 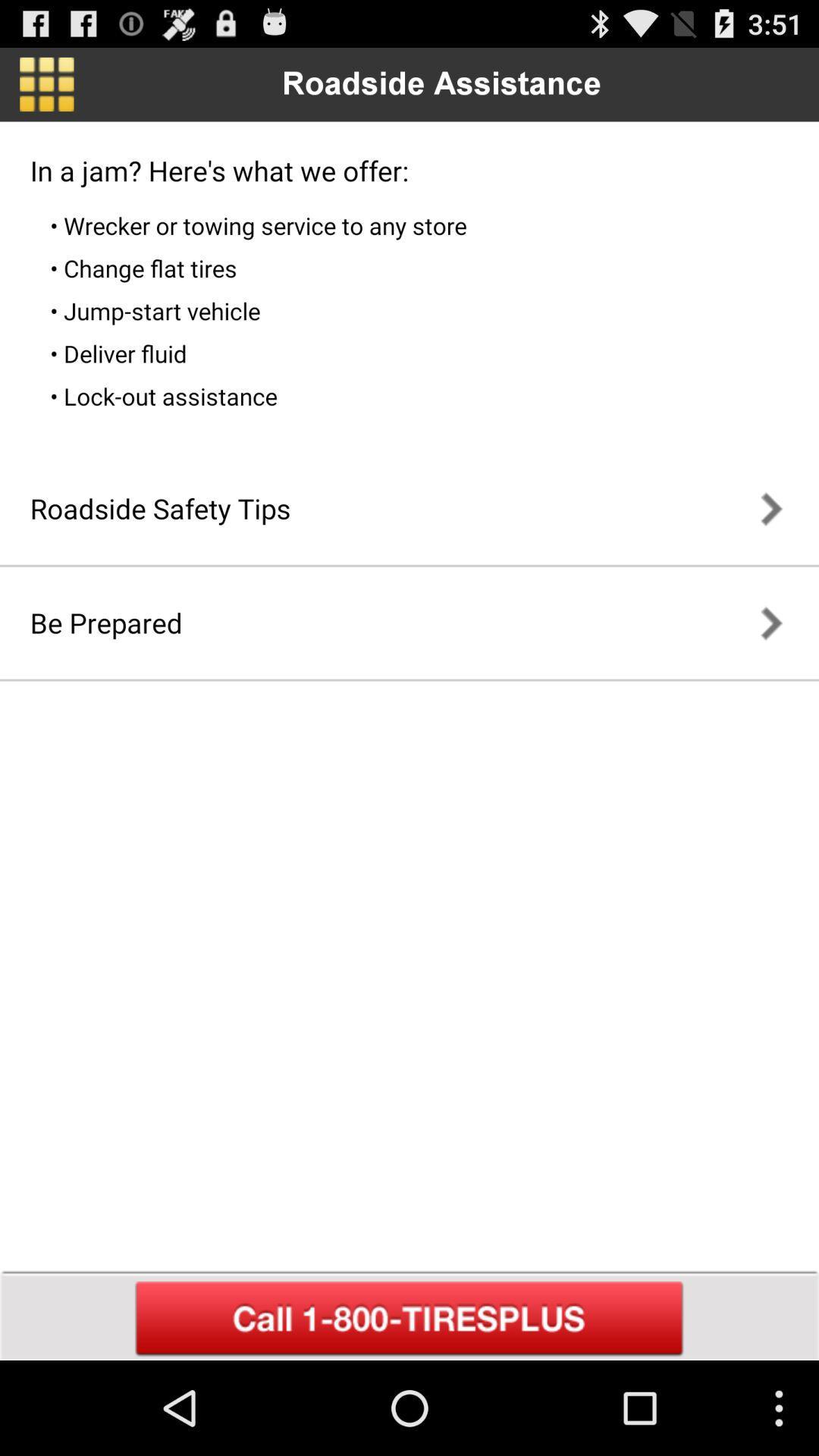 I want to click on roadside safety tips app, so click(x=160, y=508).